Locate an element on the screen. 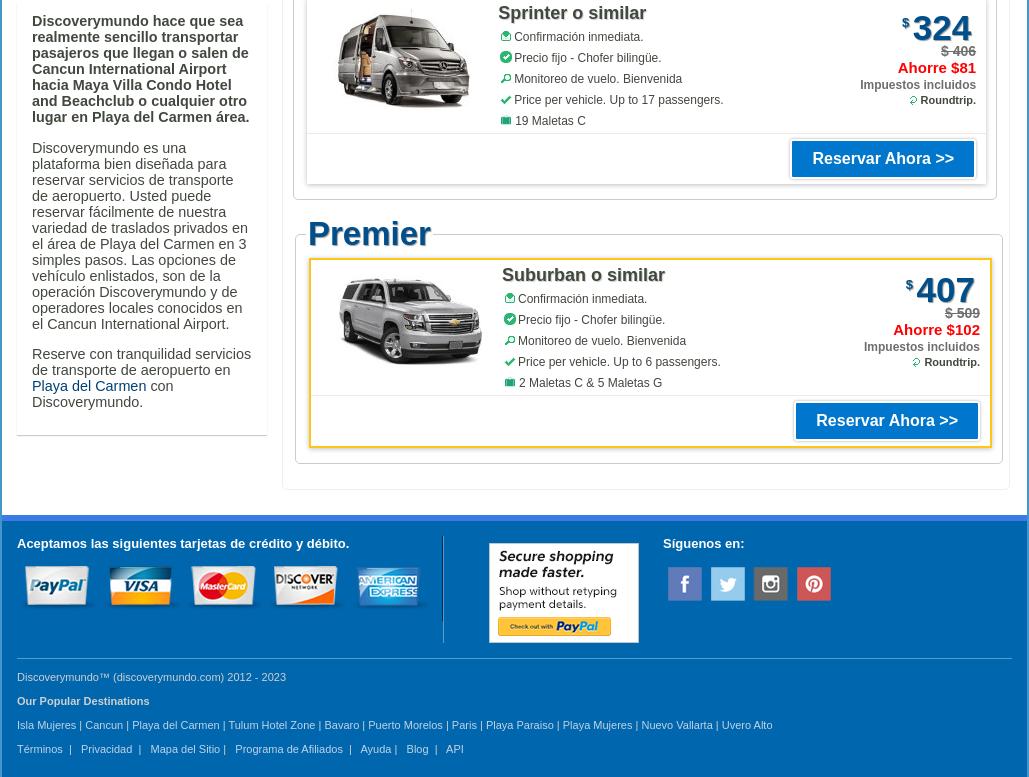 The height and width of the screenshot is (777, 1029). 'Uvero Alto' is located at coordinates (746, 724).